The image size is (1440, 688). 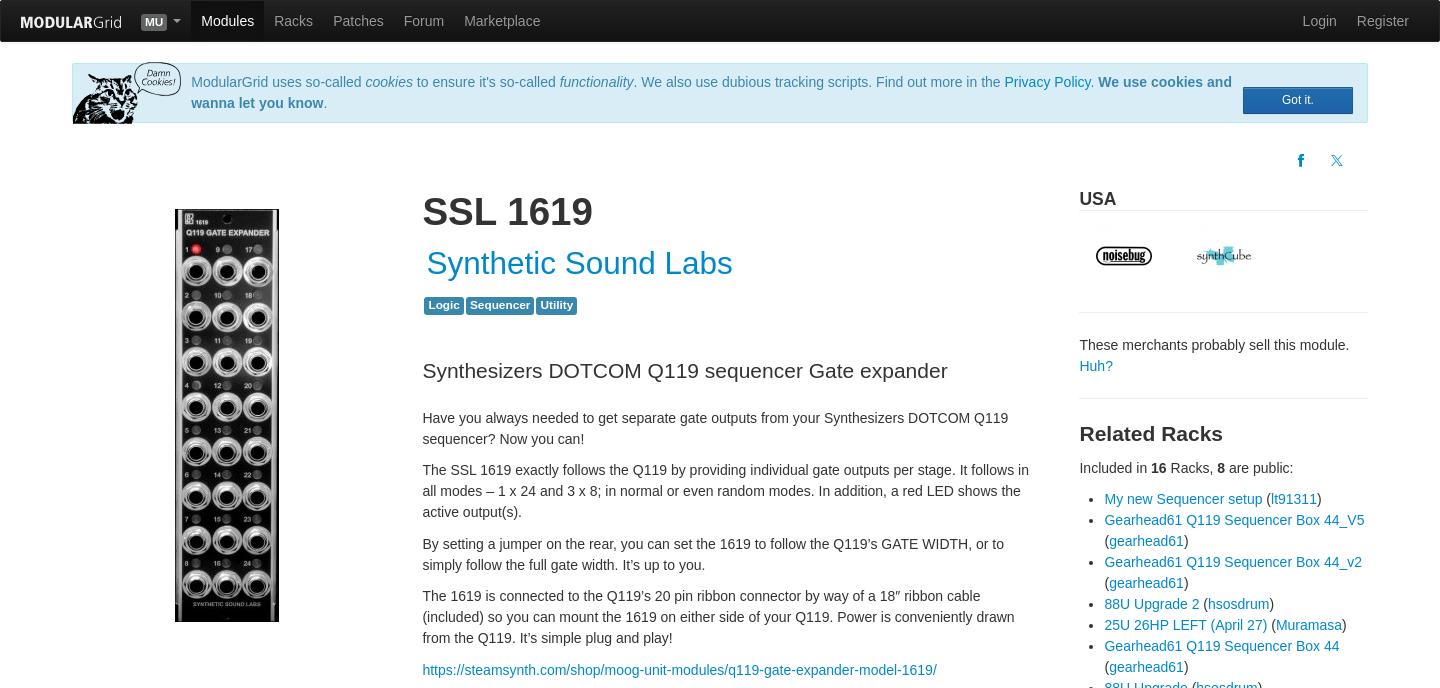 I want to click on 'Sequencer', so click(x=469, y=304).